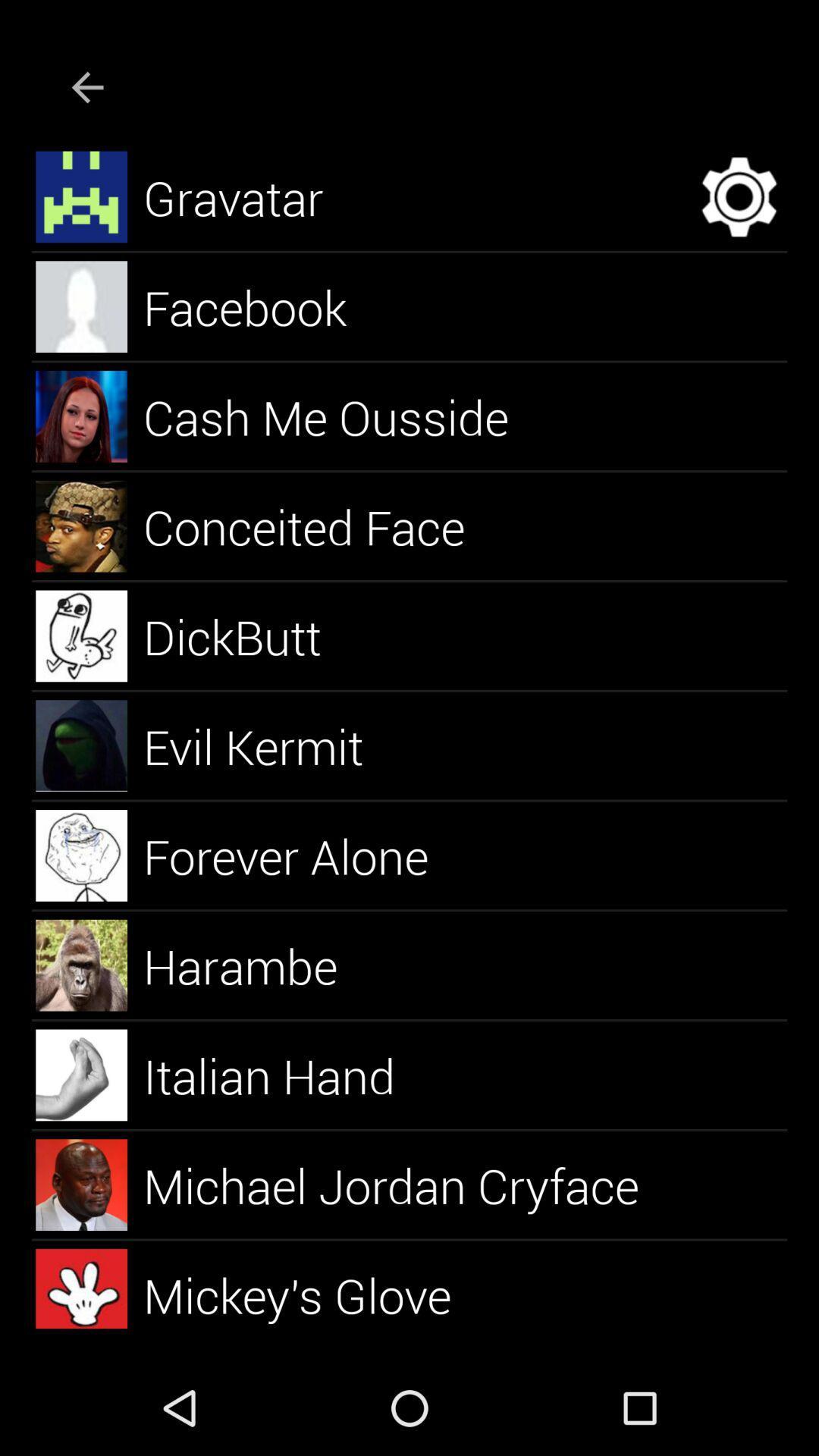 Image resolution: width=819 pixels, height=1456 pixels. I want to click on settings, so click(739, 196).